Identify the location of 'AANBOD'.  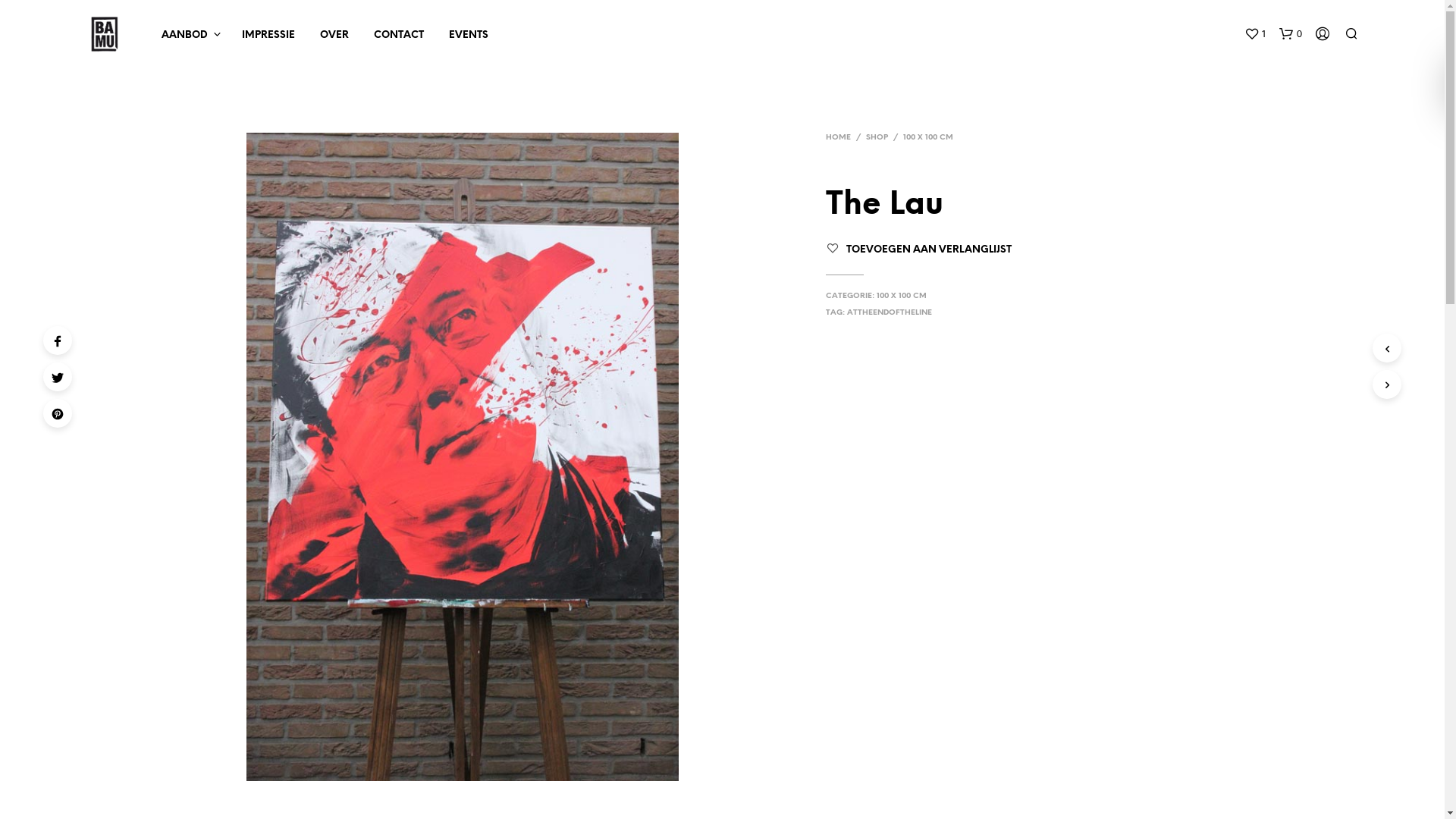
(184, 34).